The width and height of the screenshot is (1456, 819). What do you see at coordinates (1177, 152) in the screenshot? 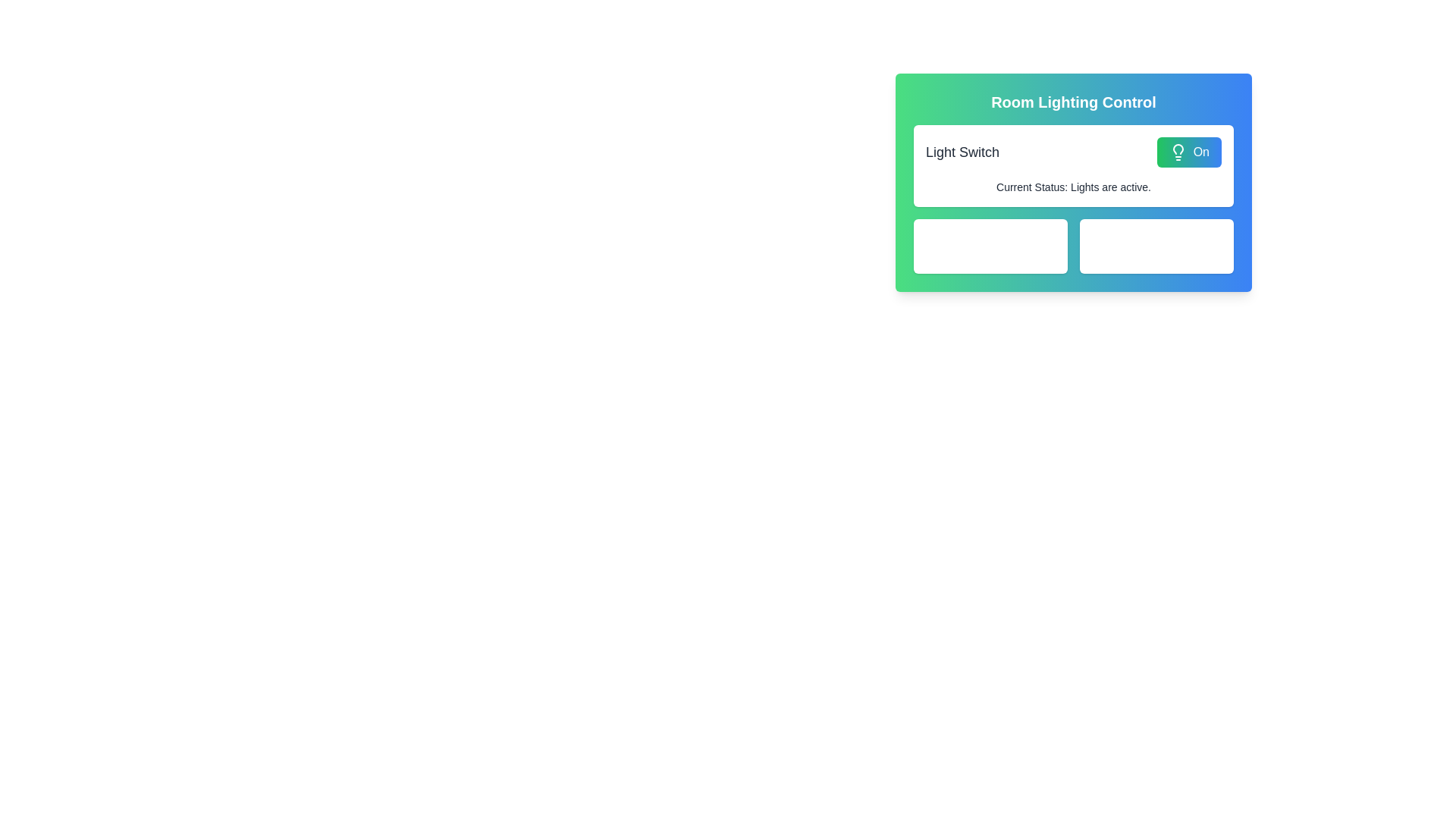
I see `lightbulb icon within the 'On' button in the Room Lighting Control UI using developer tools` at bounding box center [1177, 152].